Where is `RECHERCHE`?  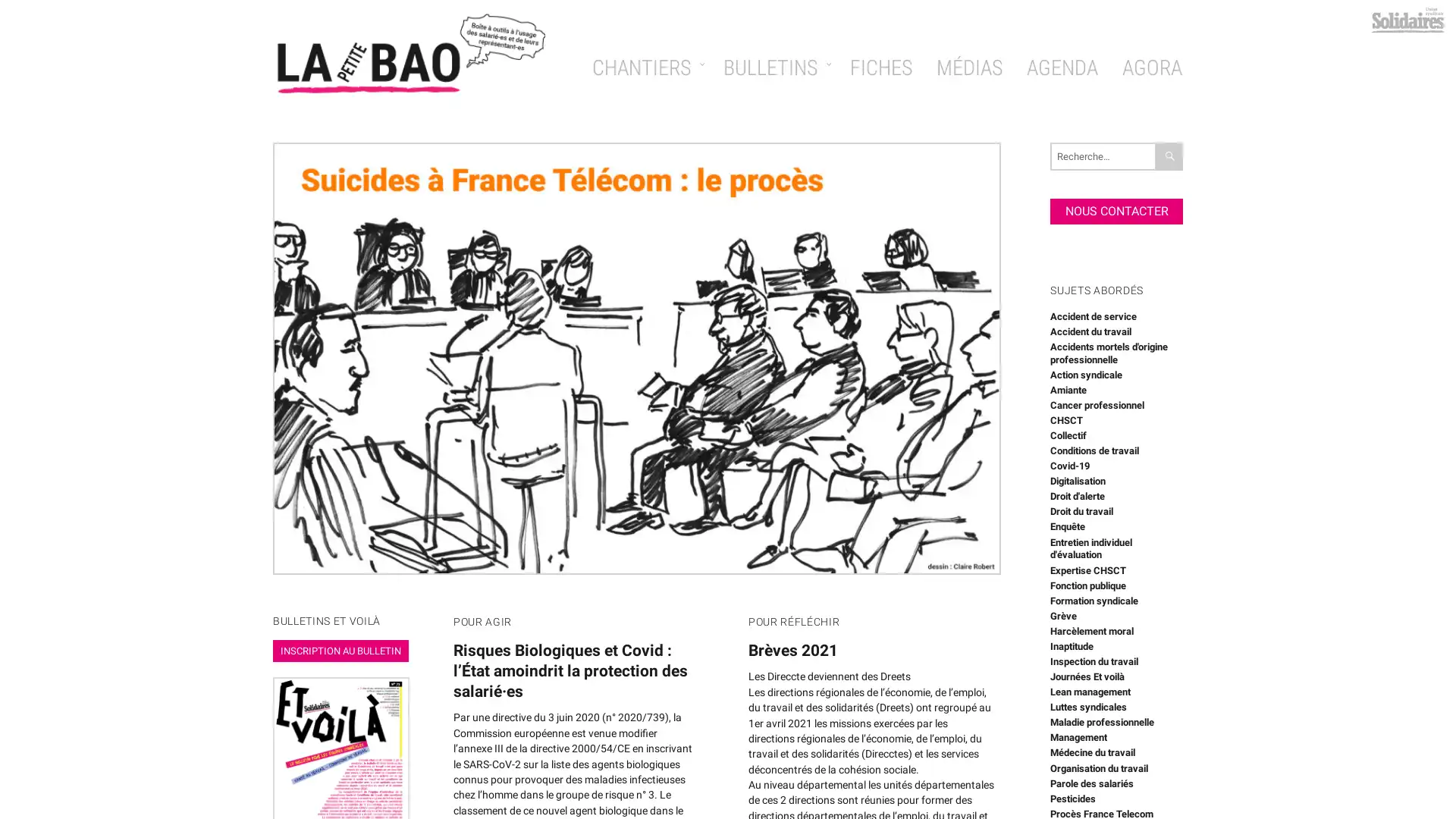 RECHERCHE is located at coordinates (1169, 155).